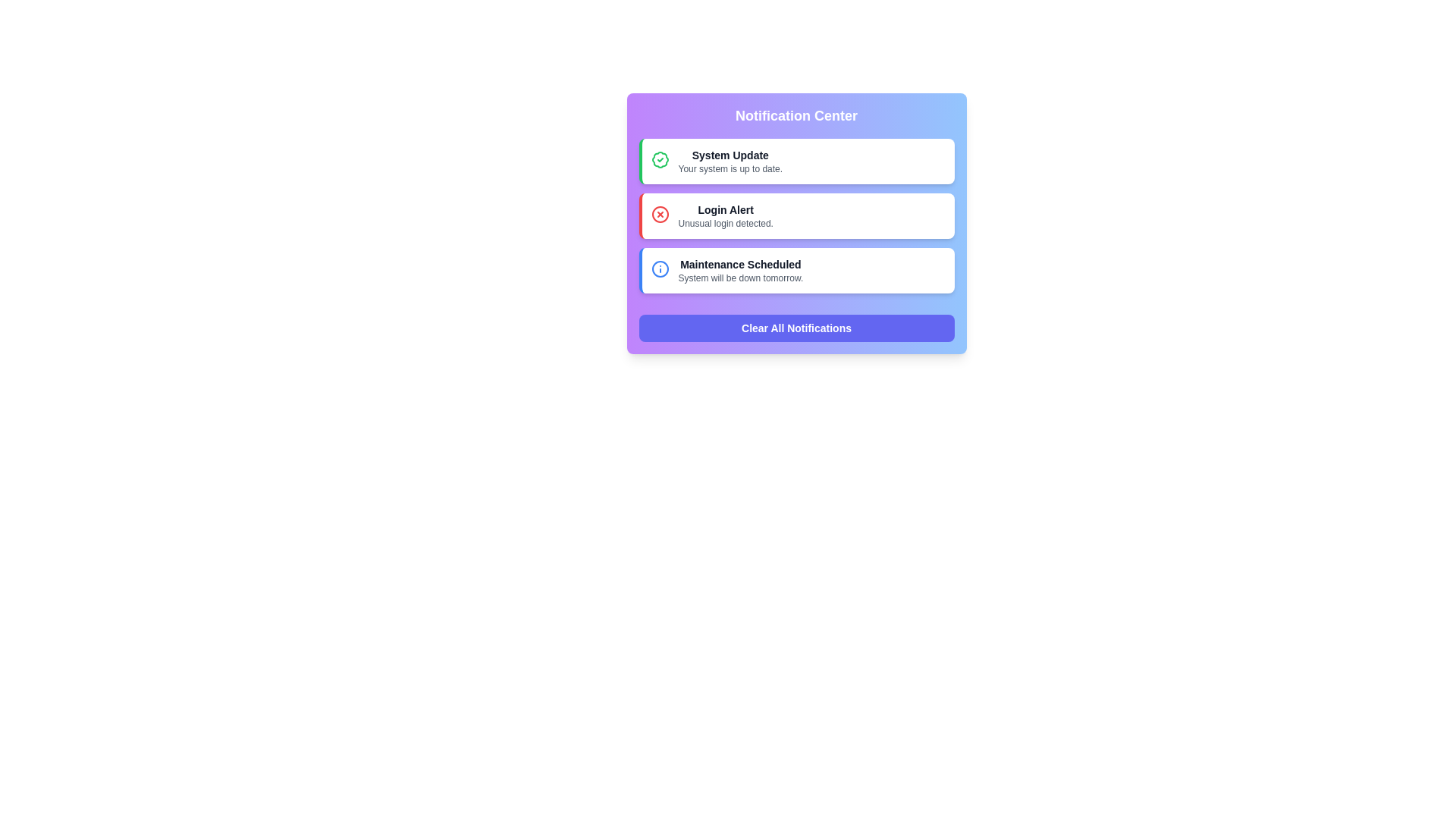  Describe the element at coordinates (660, 217) in the screenshot. I see `the status indicated by the alert icon within the 'Login Alert' notification box, which is positioned to the left of the text in the second notification item` at that location.